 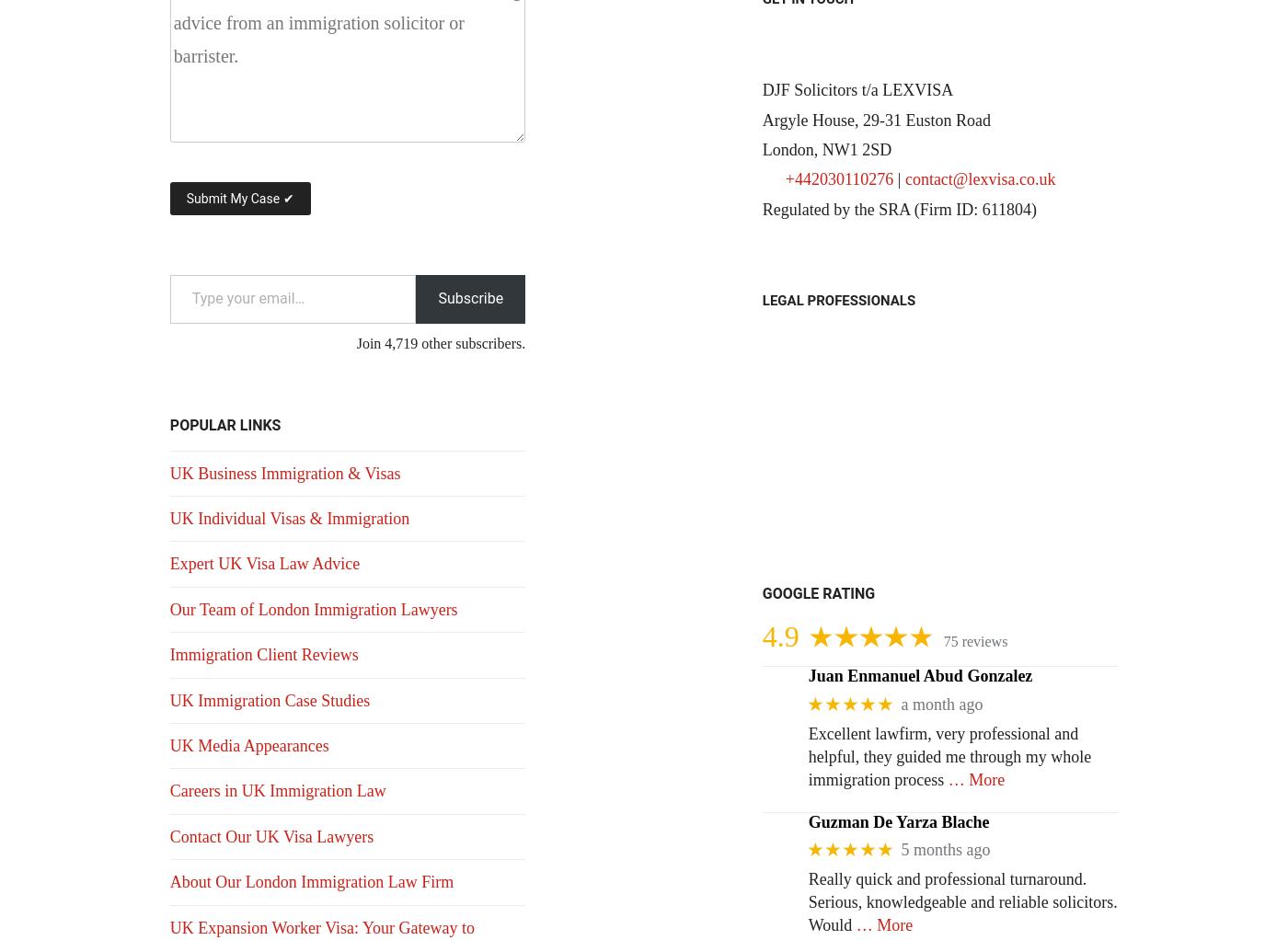 What do you see at coordinates (263, 655) in the screenshot?
I see `'Immigration Client Reviews'` at bounding box center [263, 655].